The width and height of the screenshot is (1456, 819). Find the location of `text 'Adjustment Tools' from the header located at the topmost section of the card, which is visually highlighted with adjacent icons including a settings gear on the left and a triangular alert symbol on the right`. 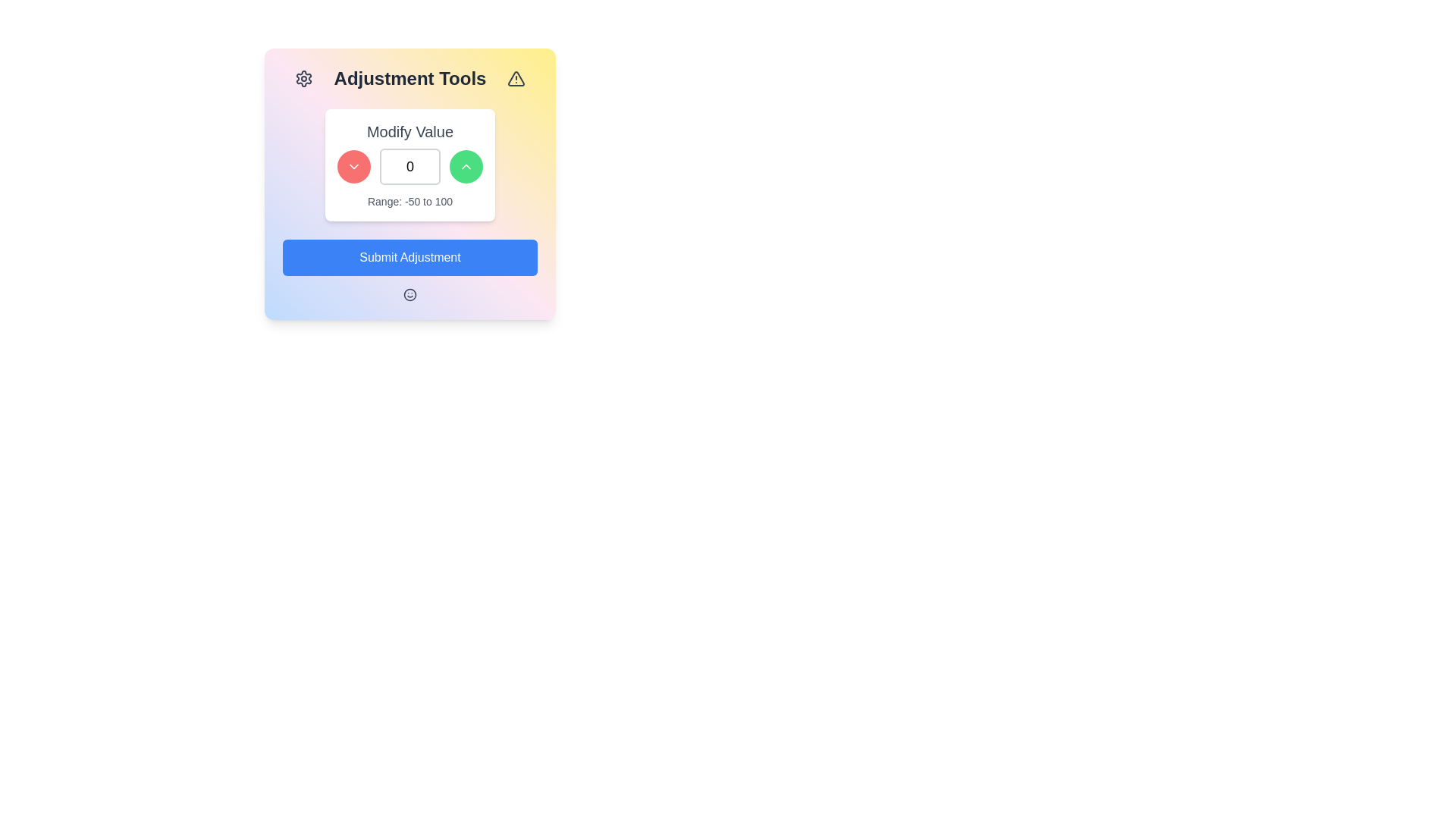

text 'Adjustment Tools' from the header located at the topmost section of the card, which is visually highlighted with adjacent icons including a settings gear on the left and a triangular alert symbol on the right is located at coordinates (410, 79).